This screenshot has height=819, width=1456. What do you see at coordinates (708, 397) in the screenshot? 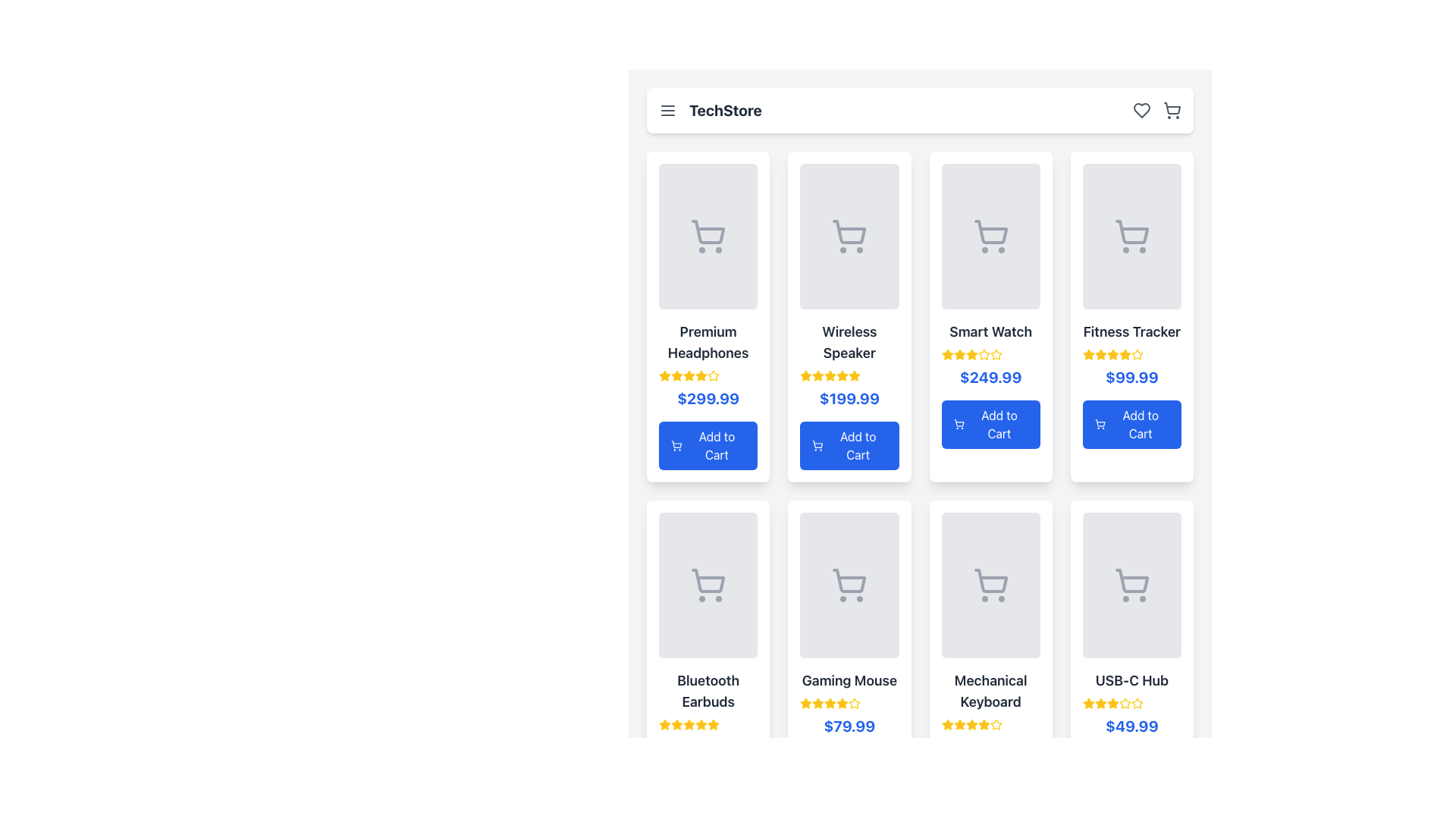
I see `price displayed in the text label for 'Premium Headphones', located in the first column of the top row, below the star rating and above the 'Add to Cart' button` at bounding box center [708, 397].